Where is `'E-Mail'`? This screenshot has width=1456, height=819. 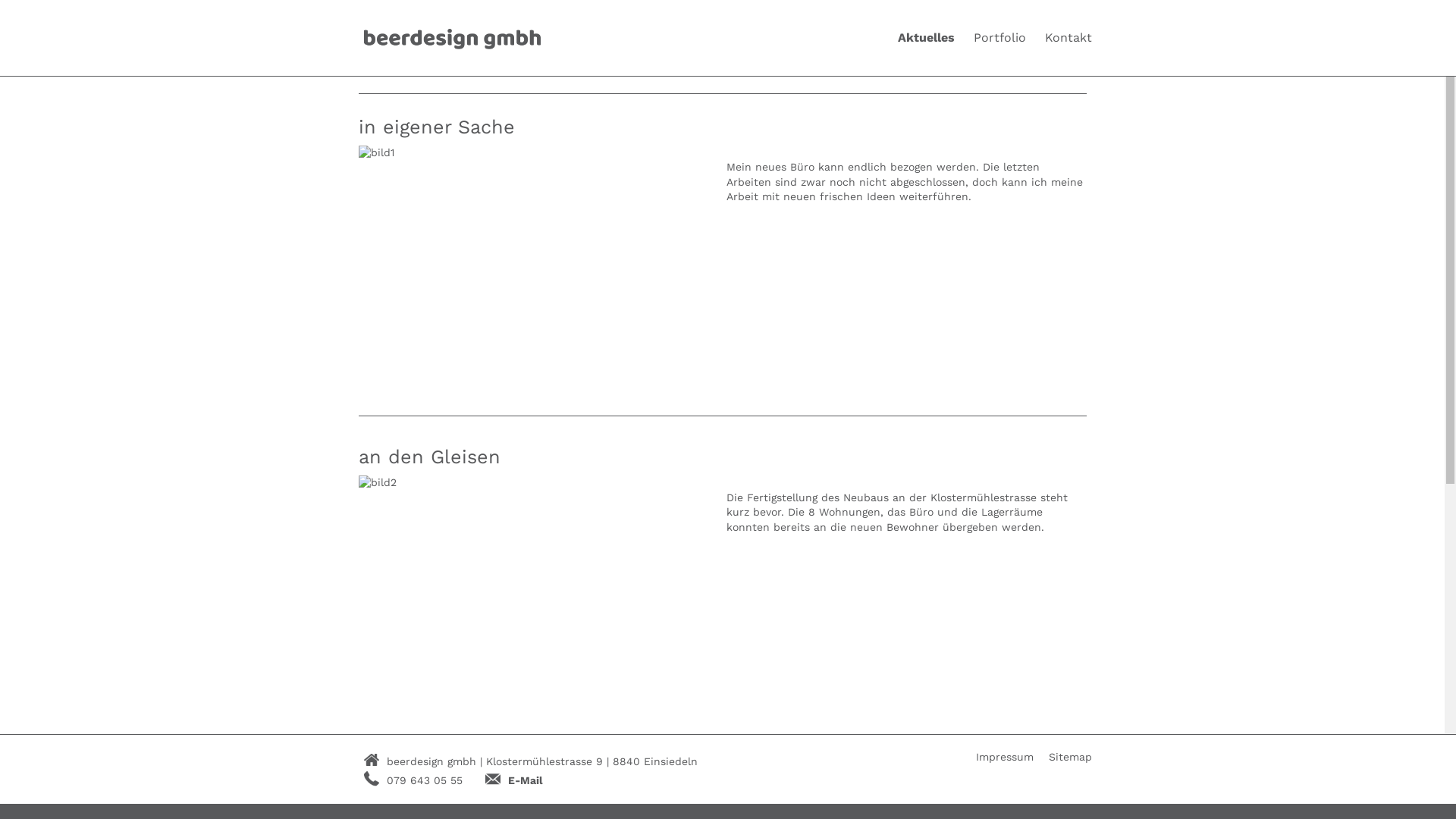 'E-Mail' is located at coordinates (525, 780).